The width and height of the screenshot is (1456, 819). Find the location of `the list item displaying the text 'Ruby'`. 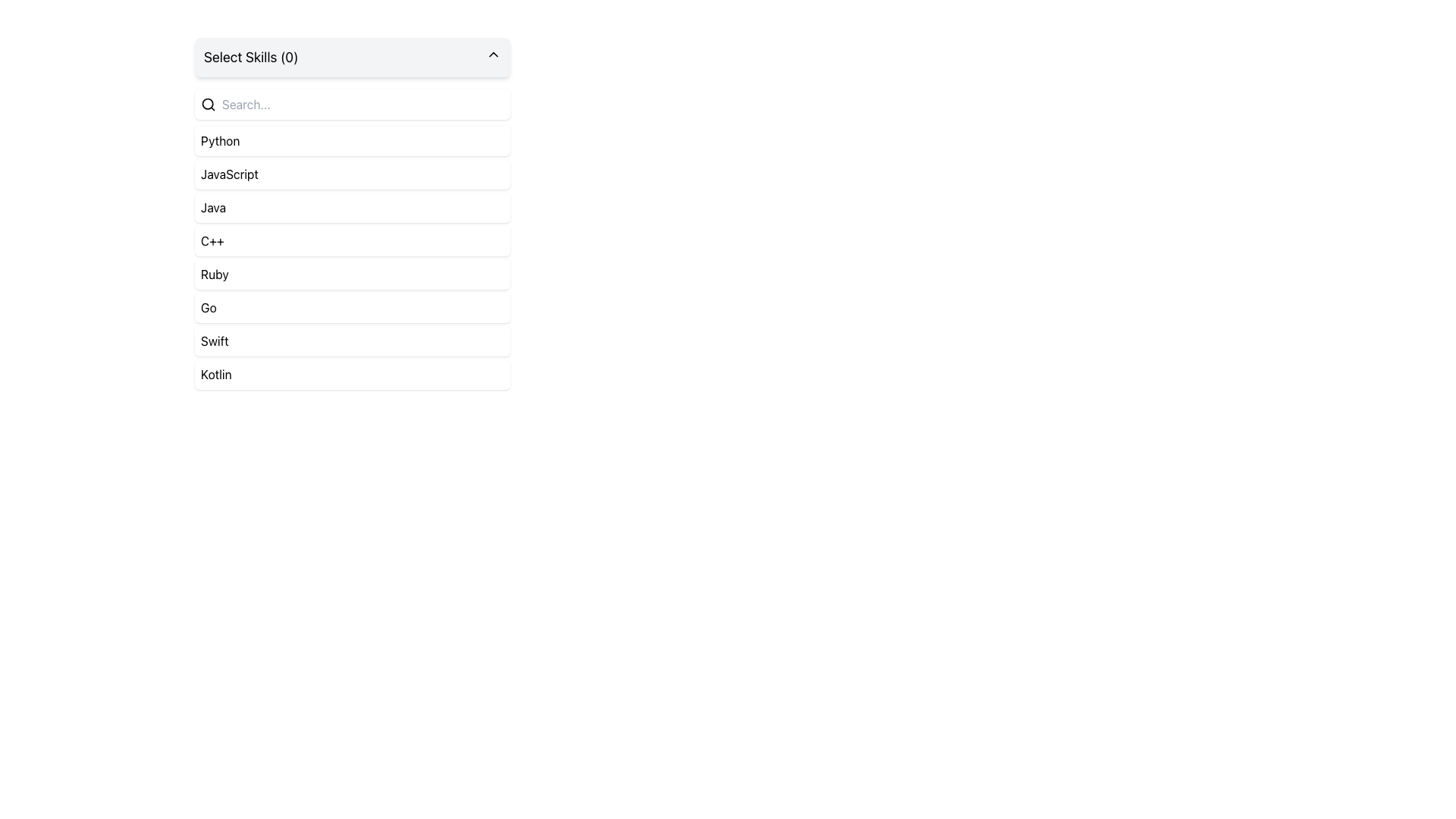

the list item displaying the text 'Ruby' is located at coordinates (214, 275).